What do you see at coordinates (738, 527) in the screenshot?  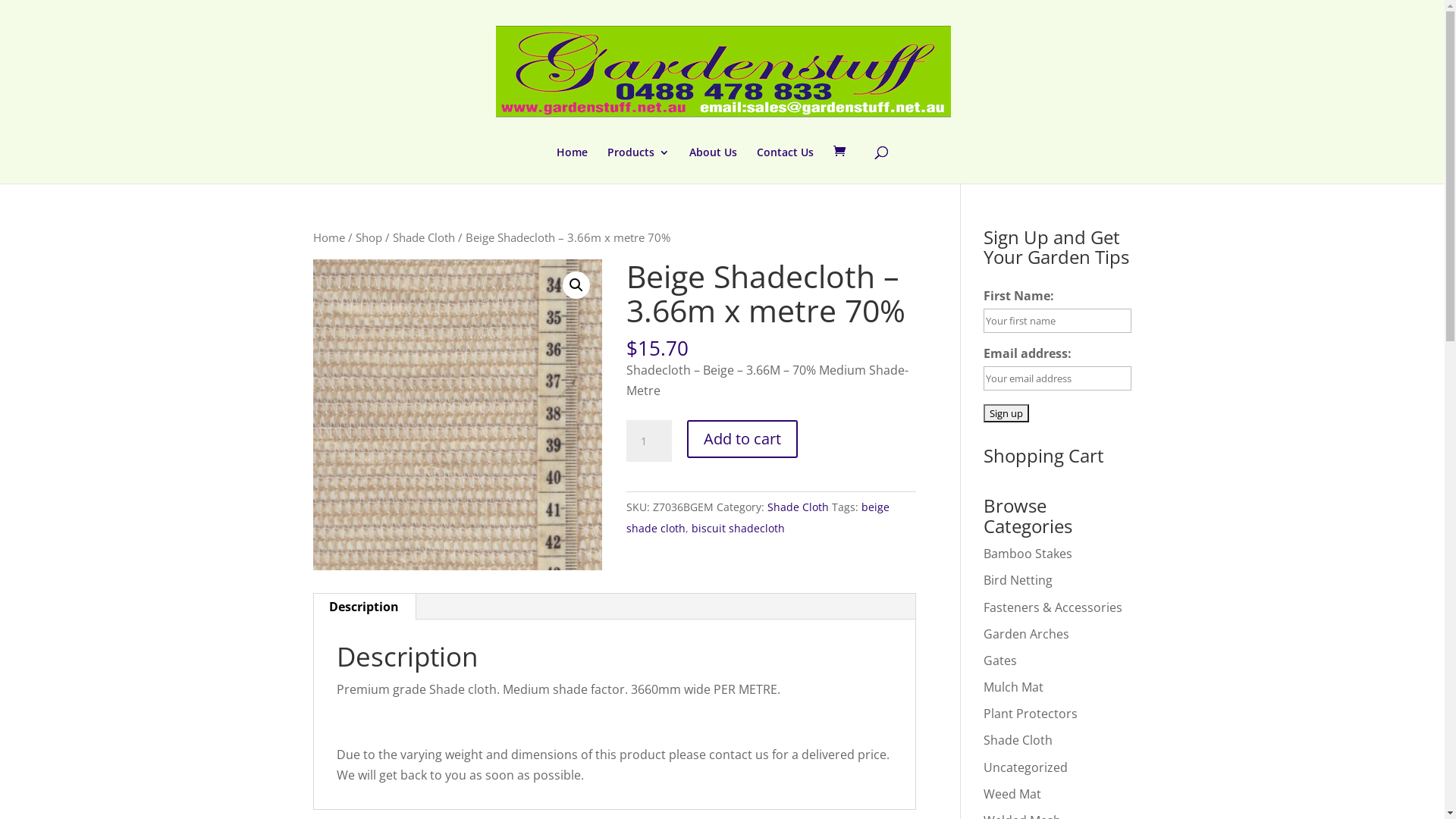 I see `'biscuit shadecloth'` at bounding box center [738, 527].